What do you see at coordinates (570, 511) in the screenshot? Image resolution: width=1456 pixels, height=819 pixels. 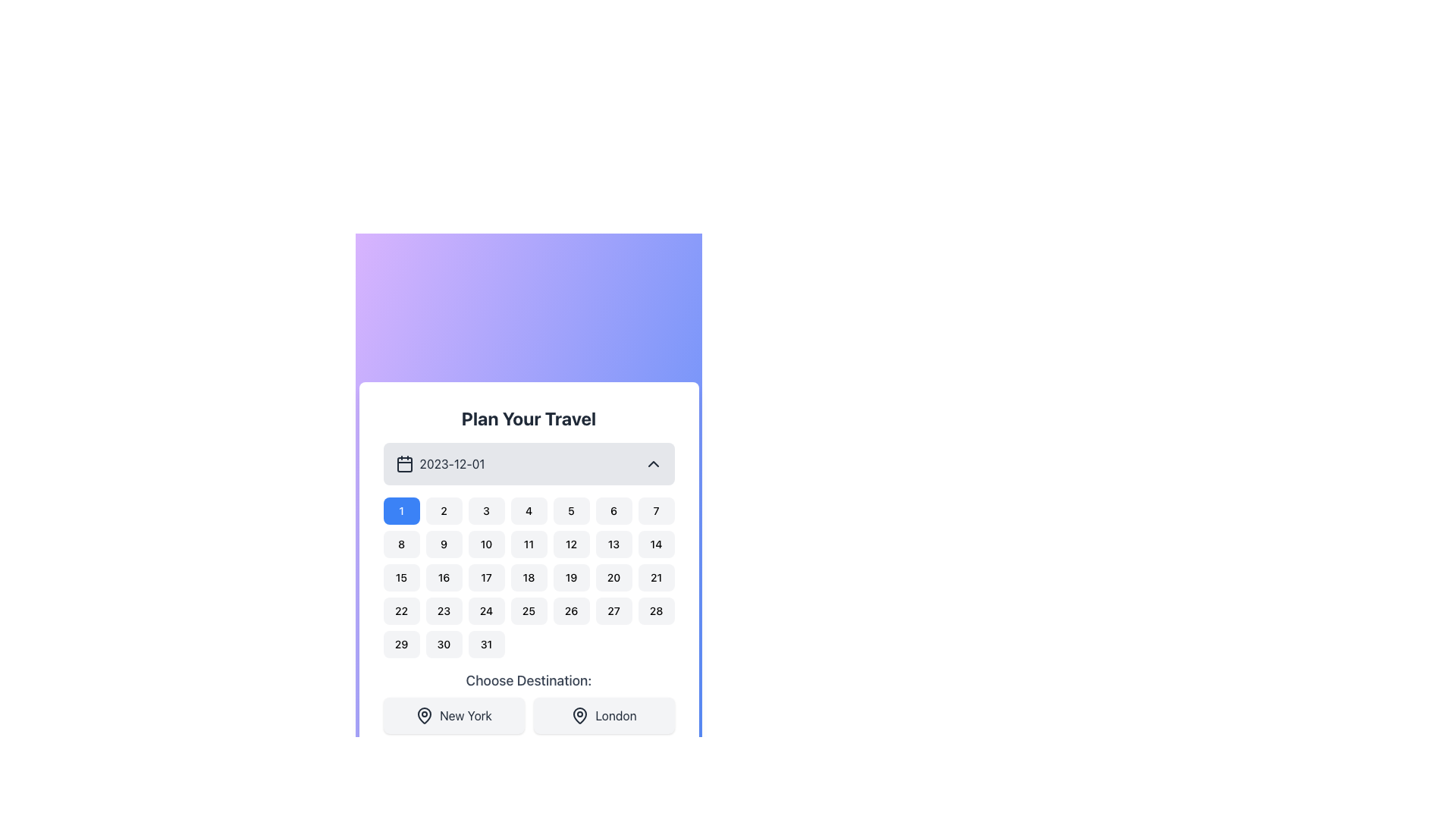 I see `the calendar date button displaying the numeral '5'` at bounding box center [570, 511].